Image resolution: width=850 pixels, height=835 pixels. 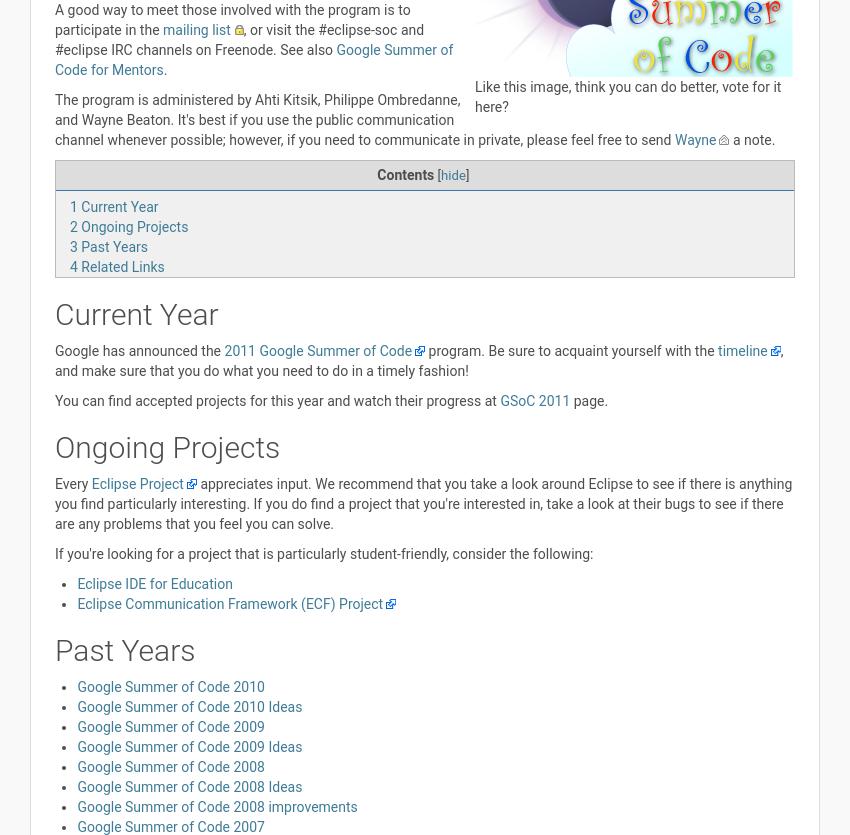 I want to click on 'Google Summer of Code 2009', so click(x=77, y=726).